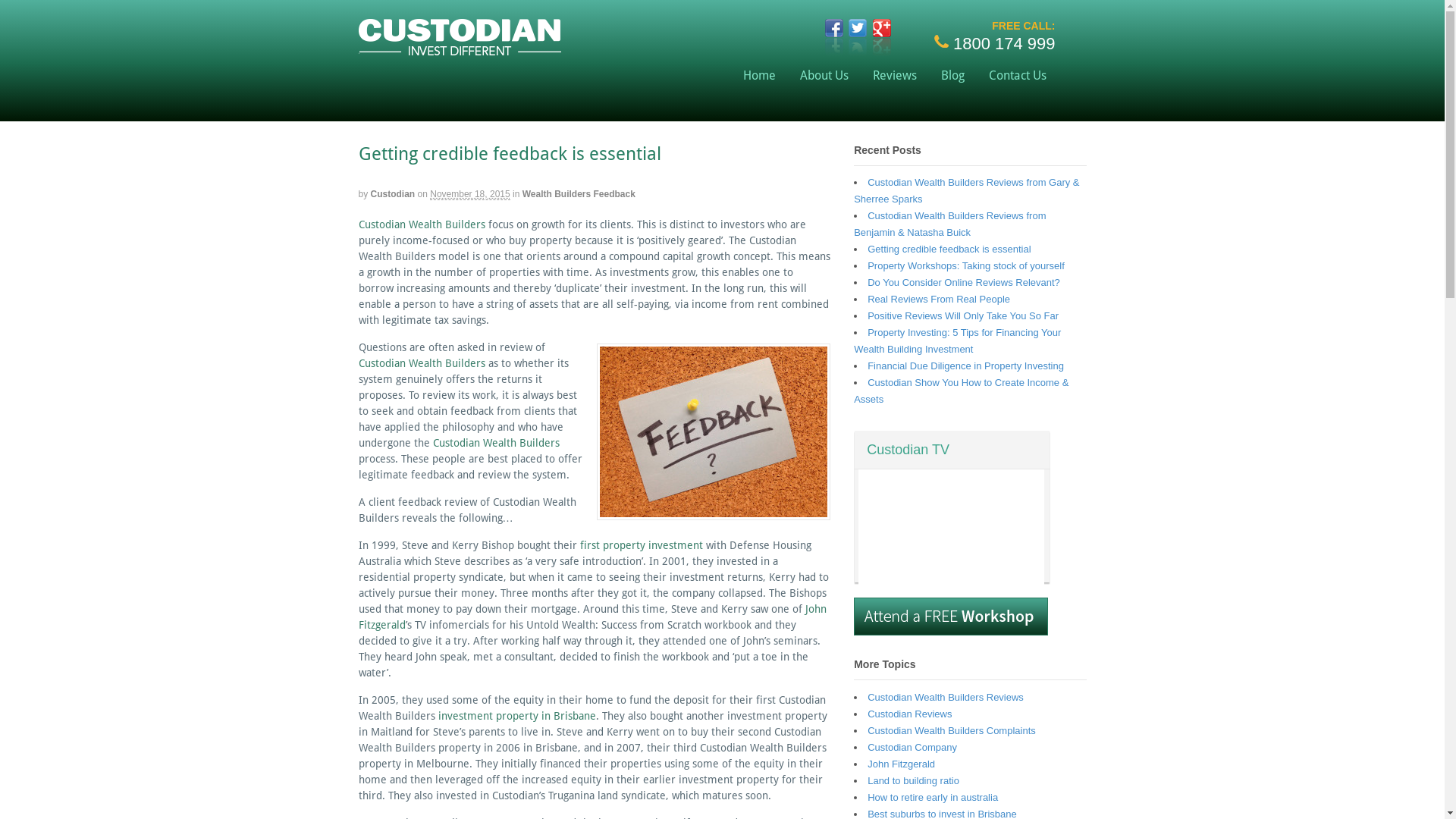 This screenshot has height=819, width=1456. I want to click on 'Custodian Wealth Builders', so click(421, 224).